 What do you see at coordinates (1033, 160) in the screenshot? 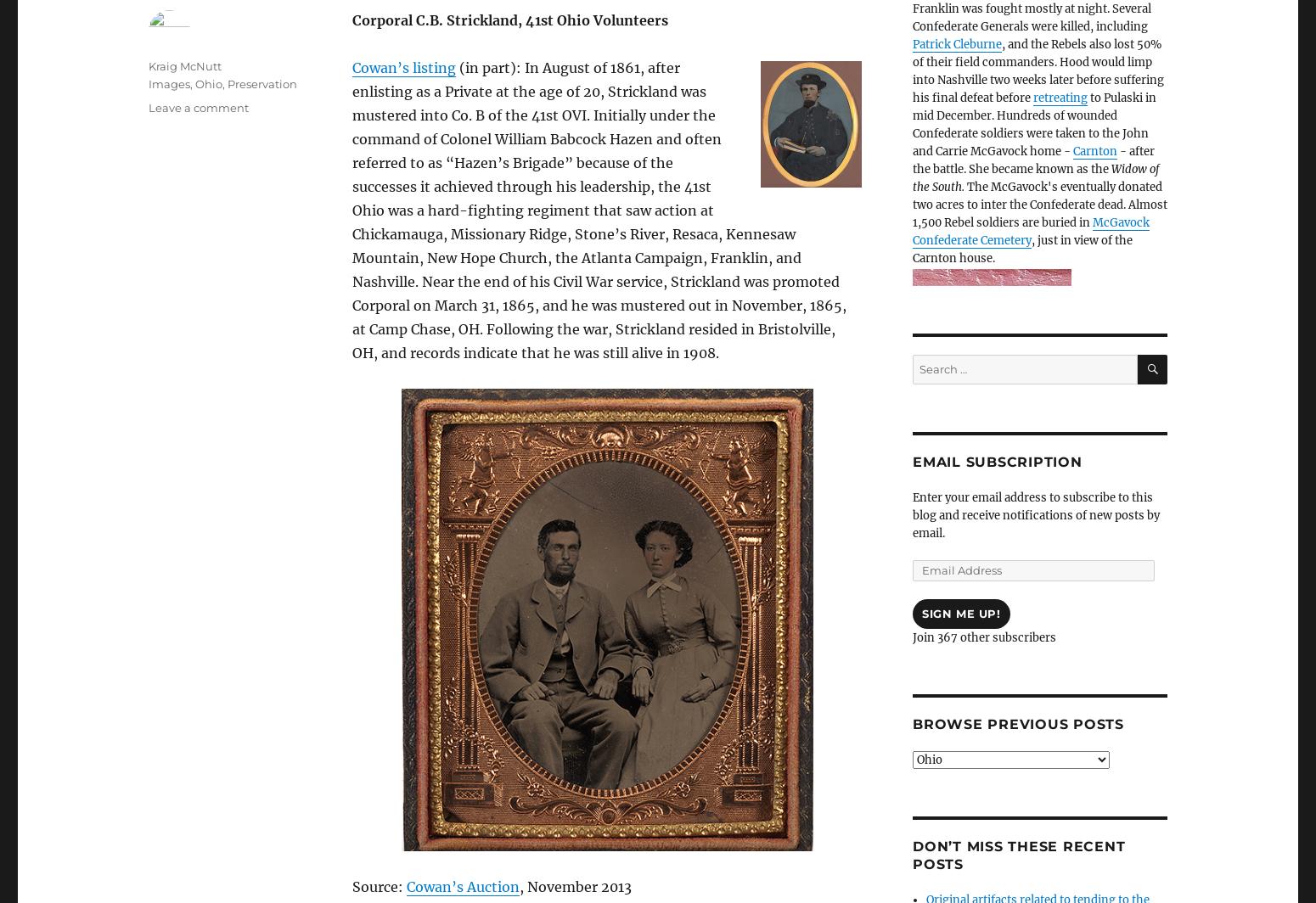
I see `'- after the battle. She became known as the'` at bounding box center [1033, 160].